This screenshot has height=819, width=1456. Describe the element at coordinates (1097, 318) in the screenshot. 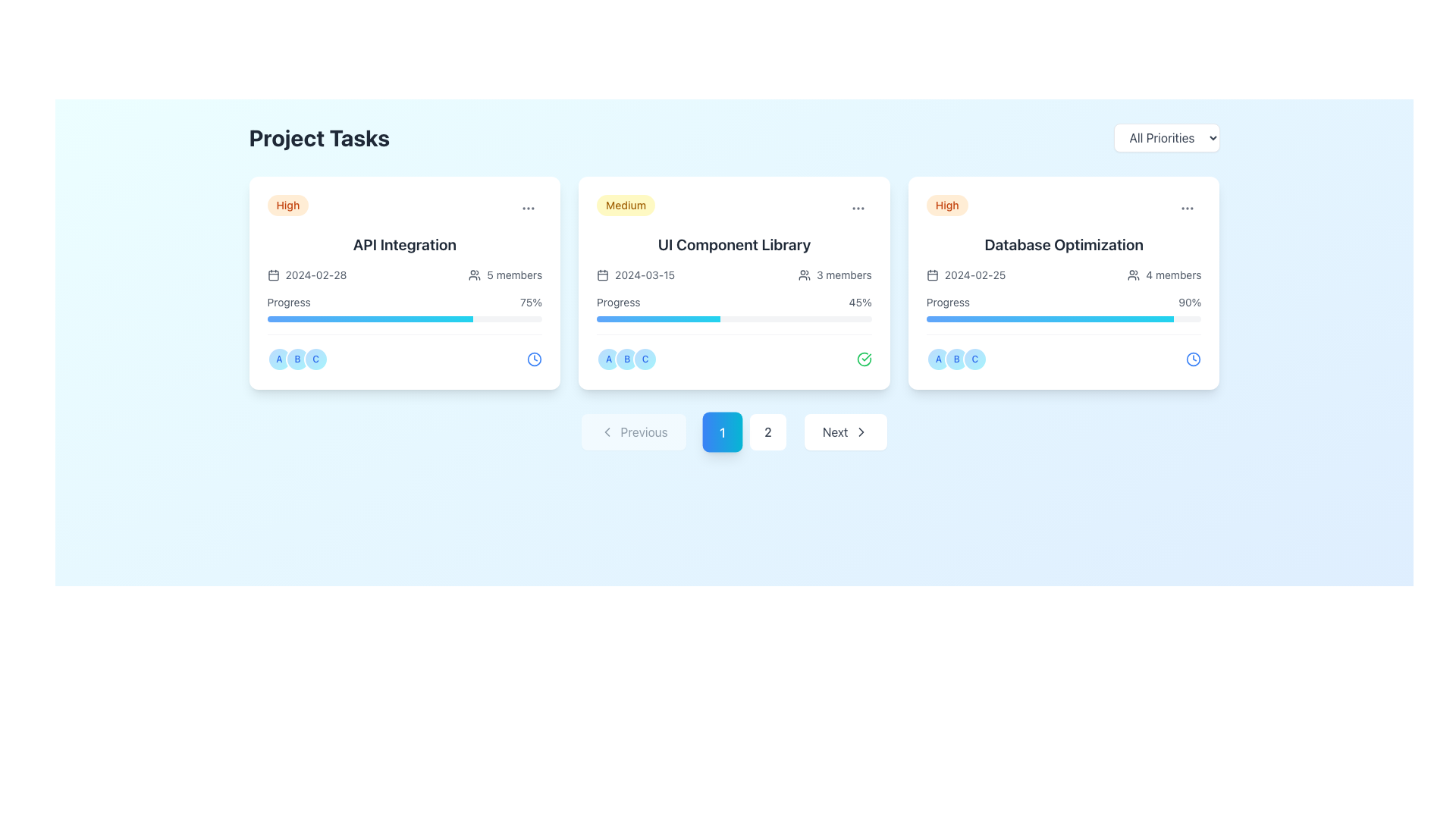

I see `progress` at that location.